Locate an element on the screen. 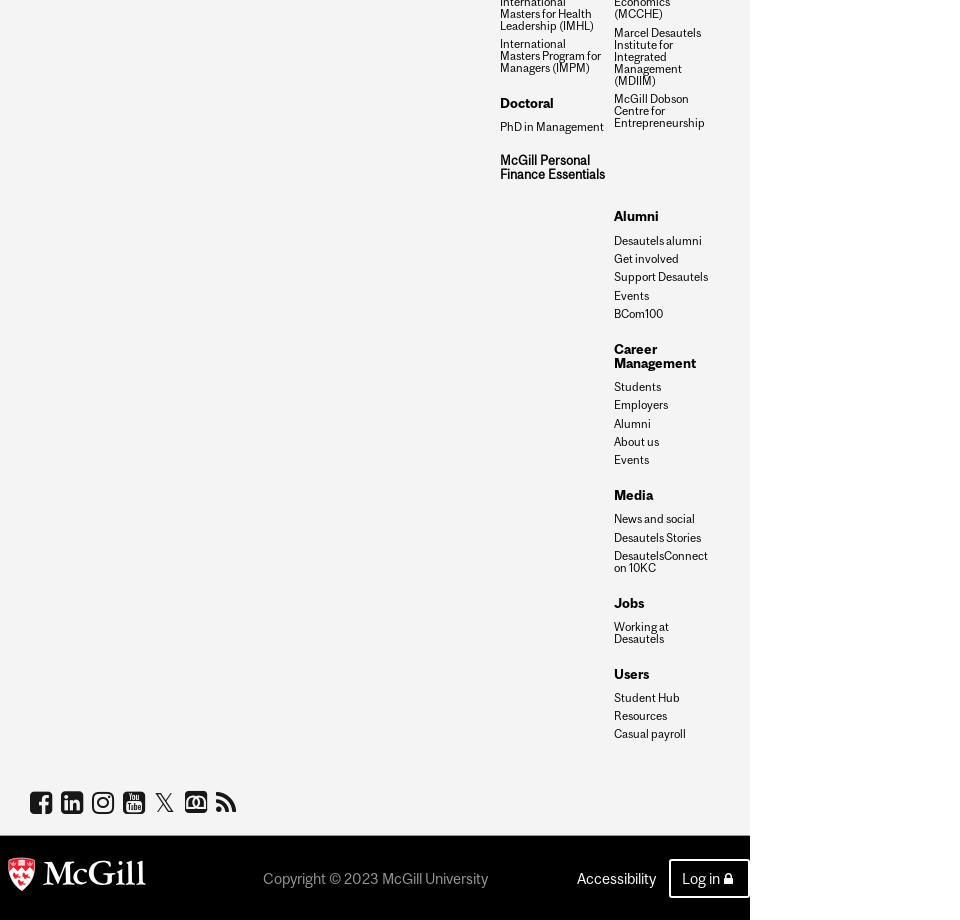 The height and width of the screenshot is (920, 960). 'Get involved' is located at coordinates (645, 257).